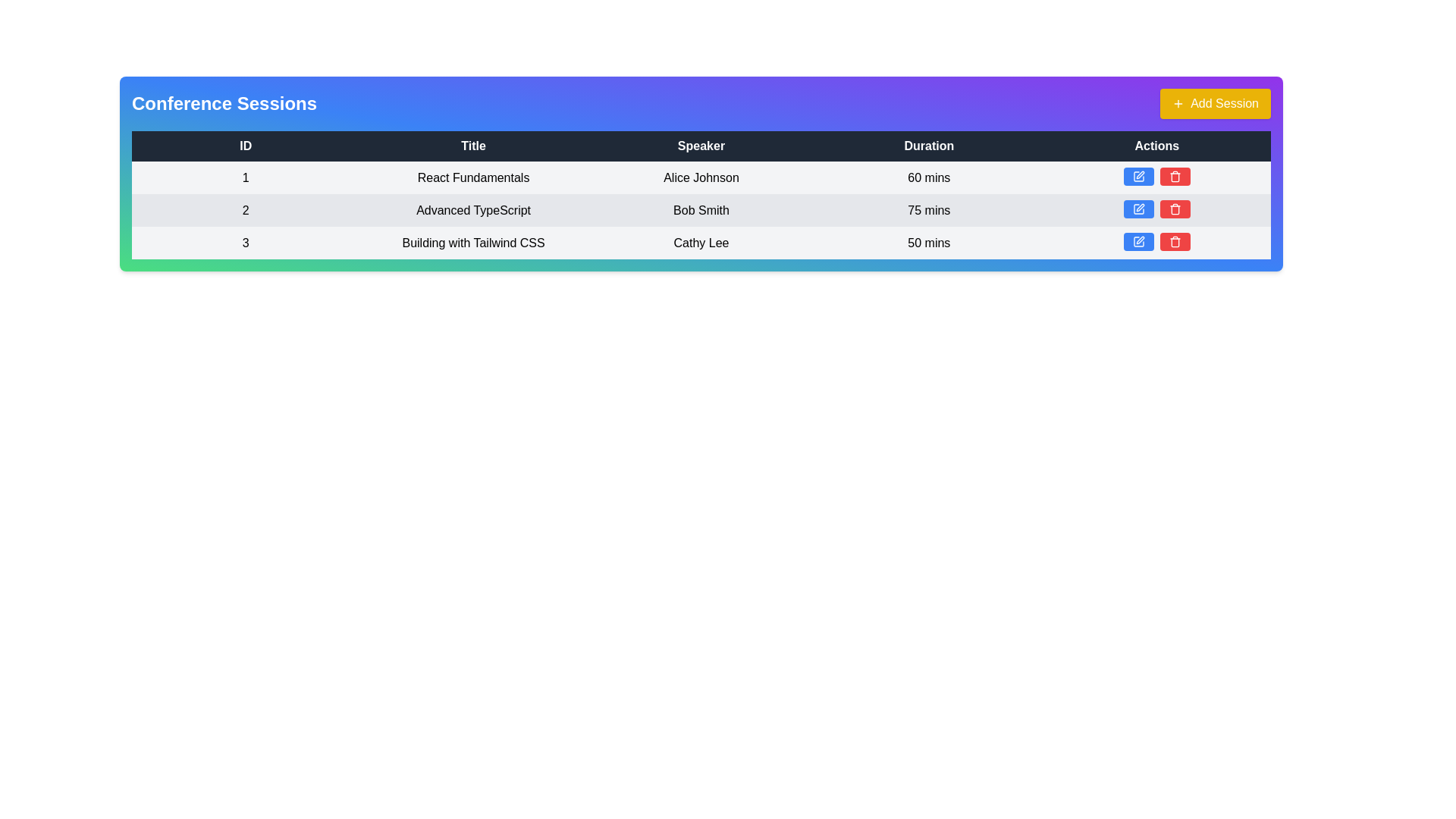 The height and width of the screenshot is (819, 1456). I want to click on the delete button located in the 'Actions' column of the third row of the table, so click(1174, 175).